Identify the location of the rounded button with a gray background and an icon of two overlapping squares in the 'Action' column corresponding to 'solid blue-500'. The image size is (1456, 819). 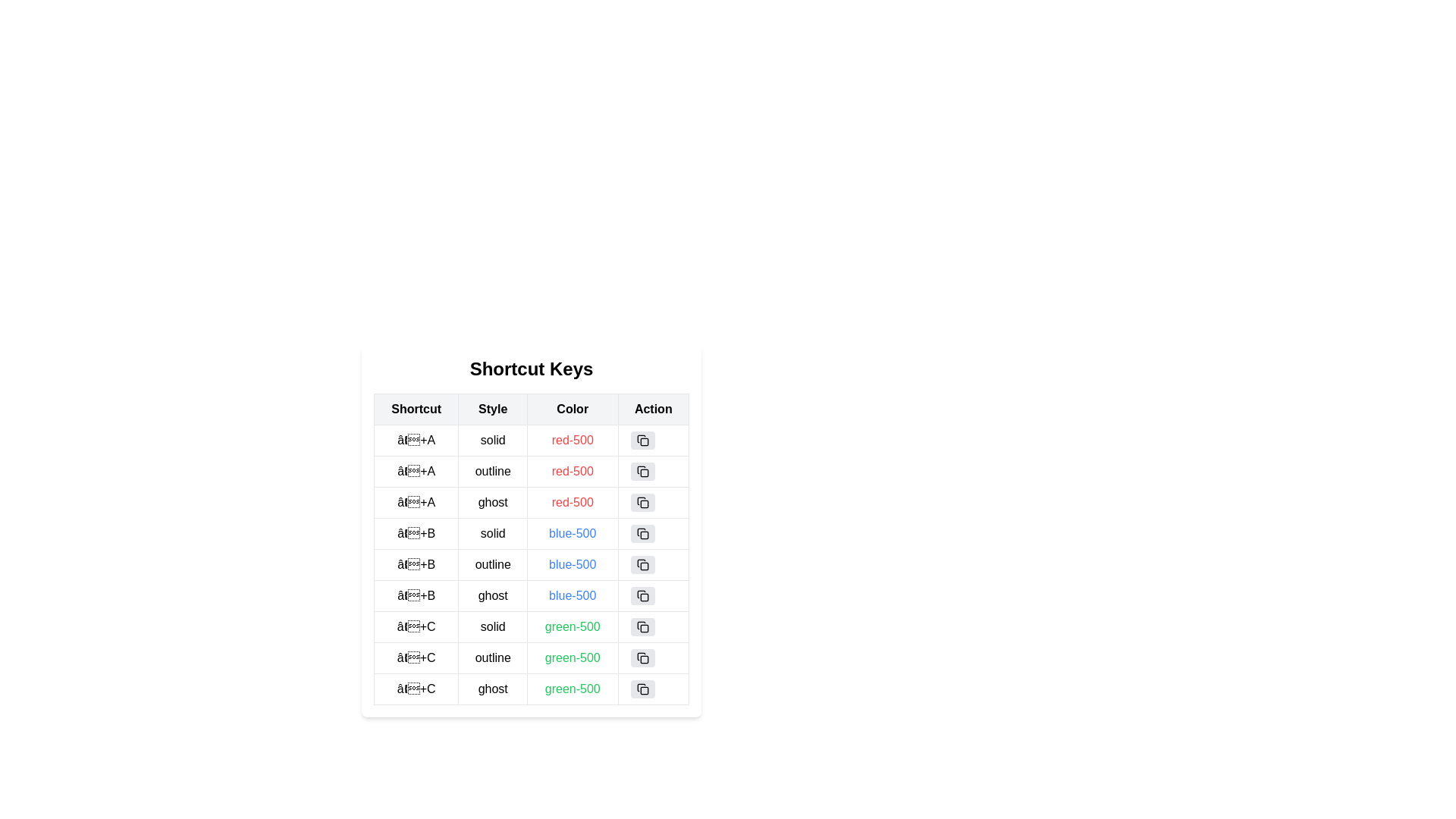
(642, 533).